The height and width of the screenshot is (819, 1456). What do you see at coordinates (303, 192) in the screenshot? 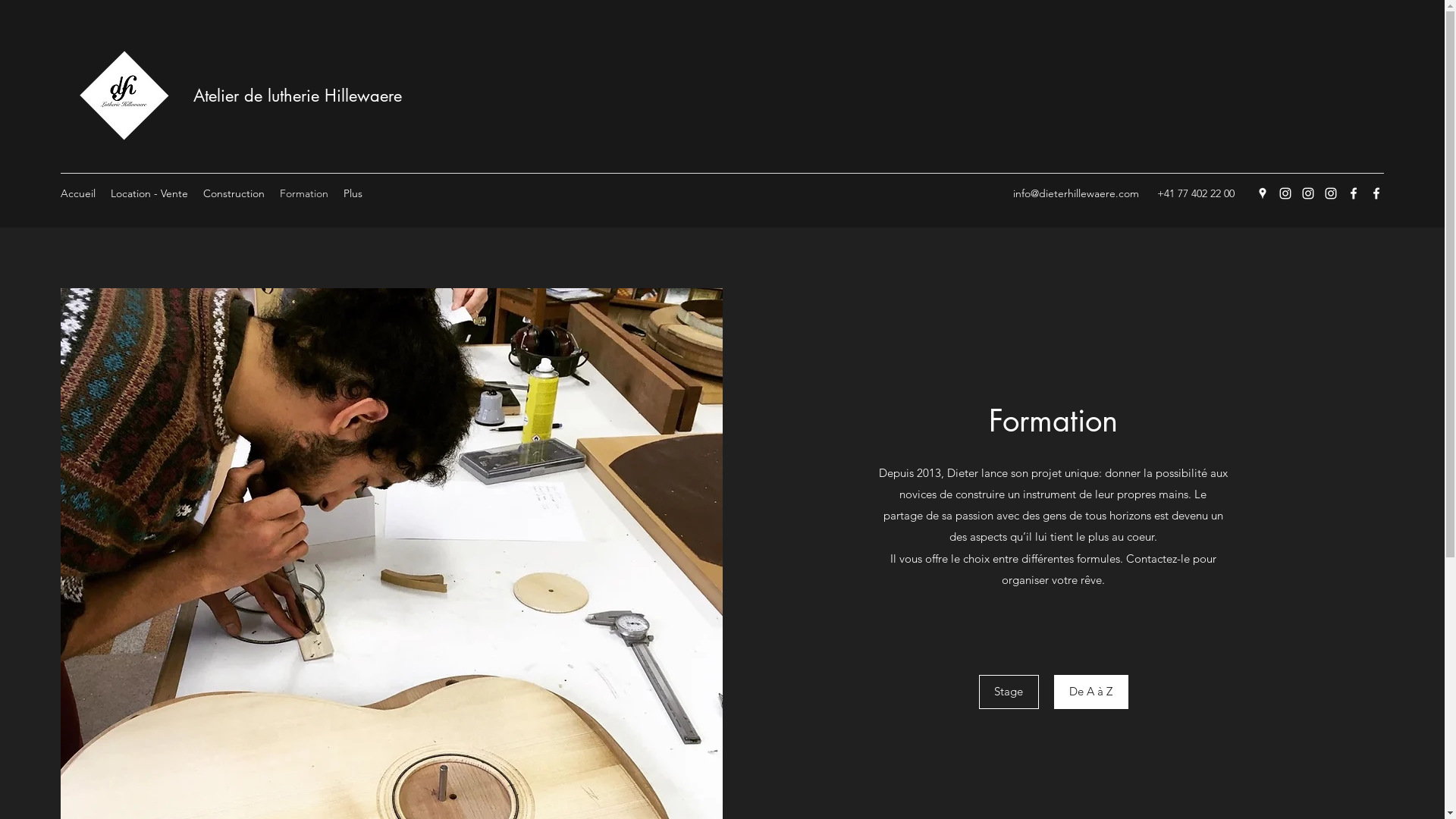
I see `'Formation'` at bounding box center [303, 192].